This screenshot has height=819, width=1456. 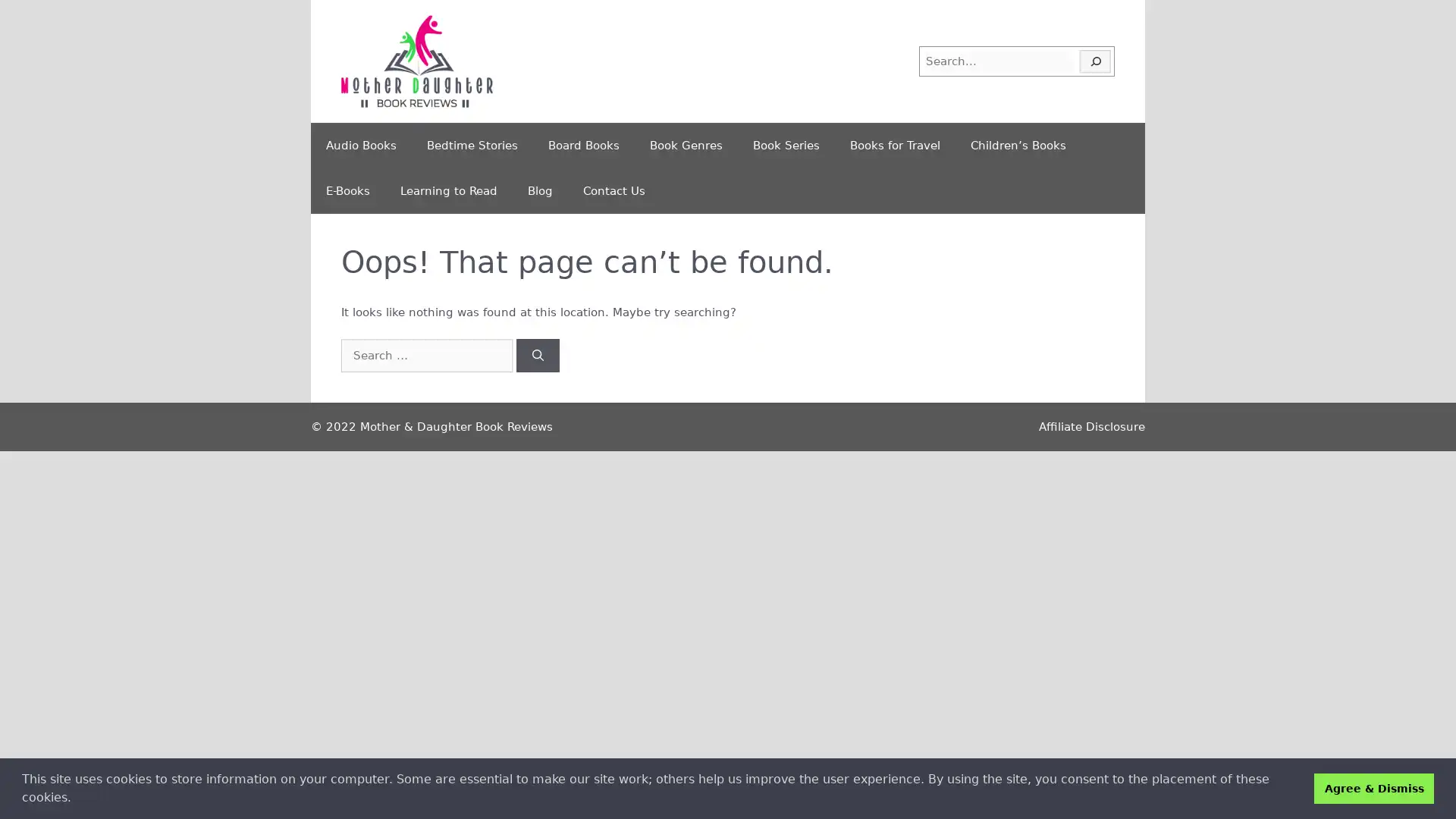 What do you see at coordinates (1095, 61) in the screenshot?
I see `Search` at bounding box center [1095, 61].